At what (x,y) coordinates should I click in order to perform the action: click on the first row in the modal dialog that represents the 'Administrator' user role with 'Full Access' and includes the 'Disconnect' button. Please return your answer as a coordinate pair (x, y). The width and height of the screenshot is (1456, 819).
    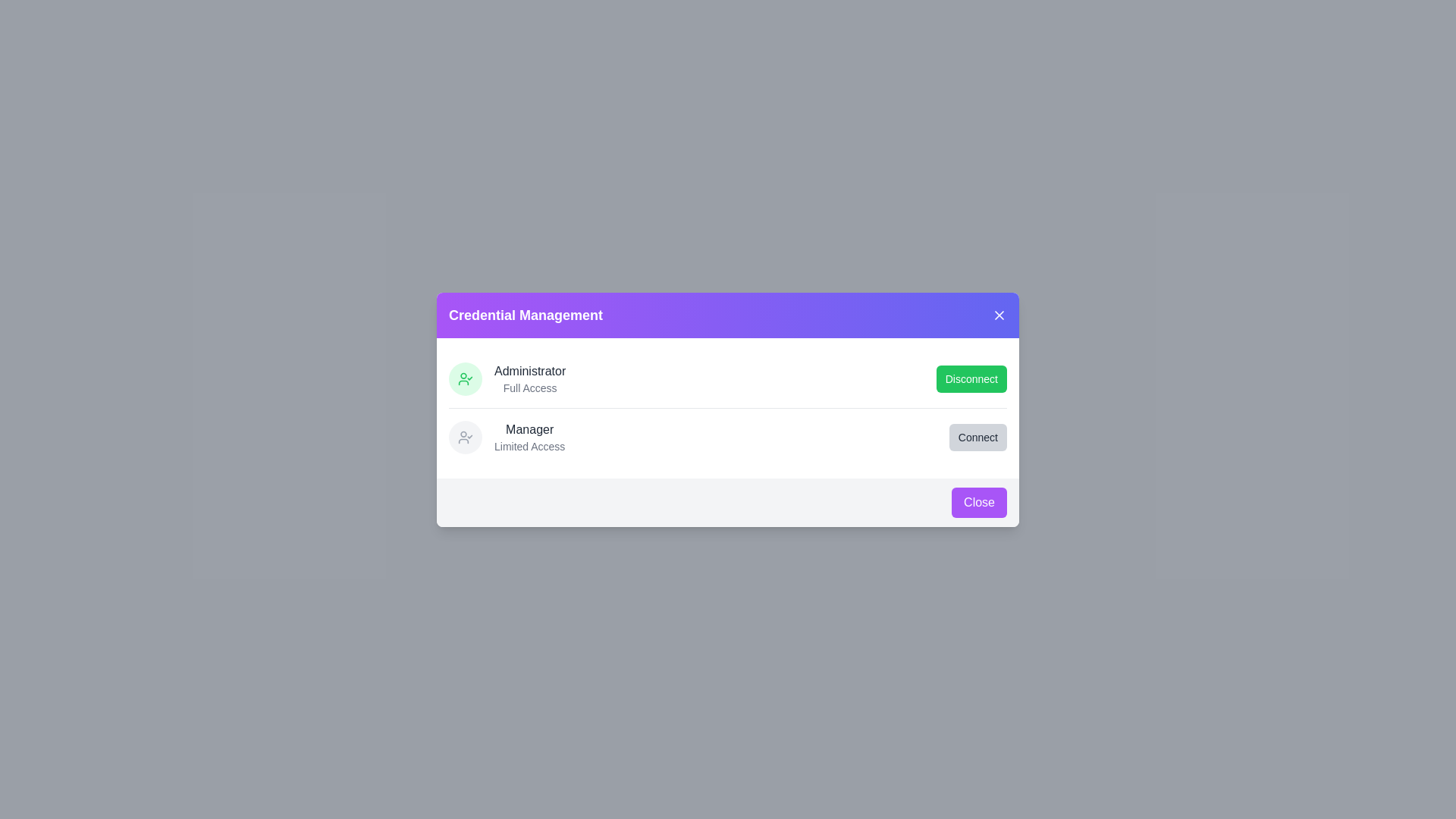
    Looking at the image, I should click on (728, 377).